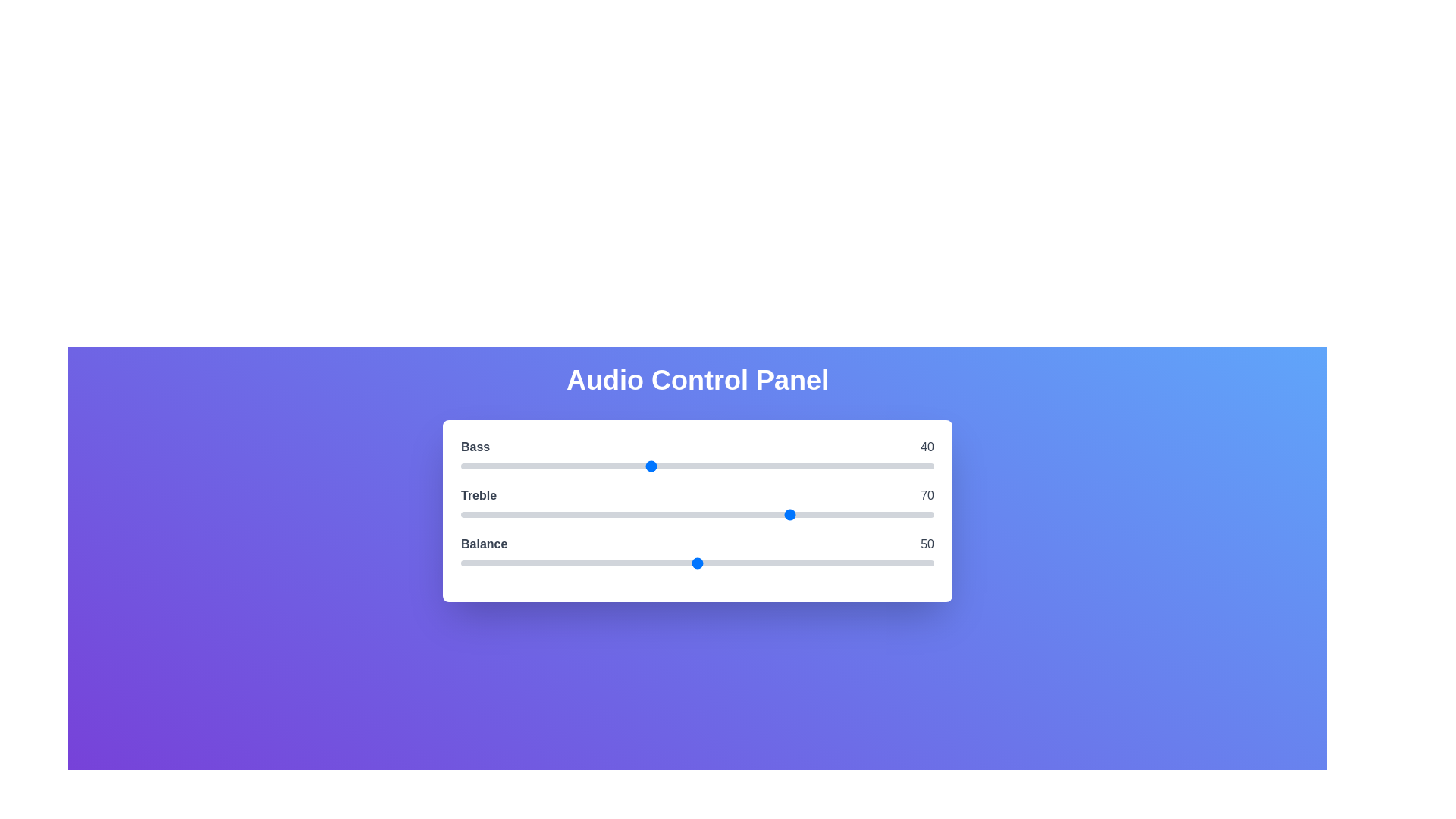 This screenshot has width=1456, height=819. I want to click on the 0 slider to 17, so click(541, 465).